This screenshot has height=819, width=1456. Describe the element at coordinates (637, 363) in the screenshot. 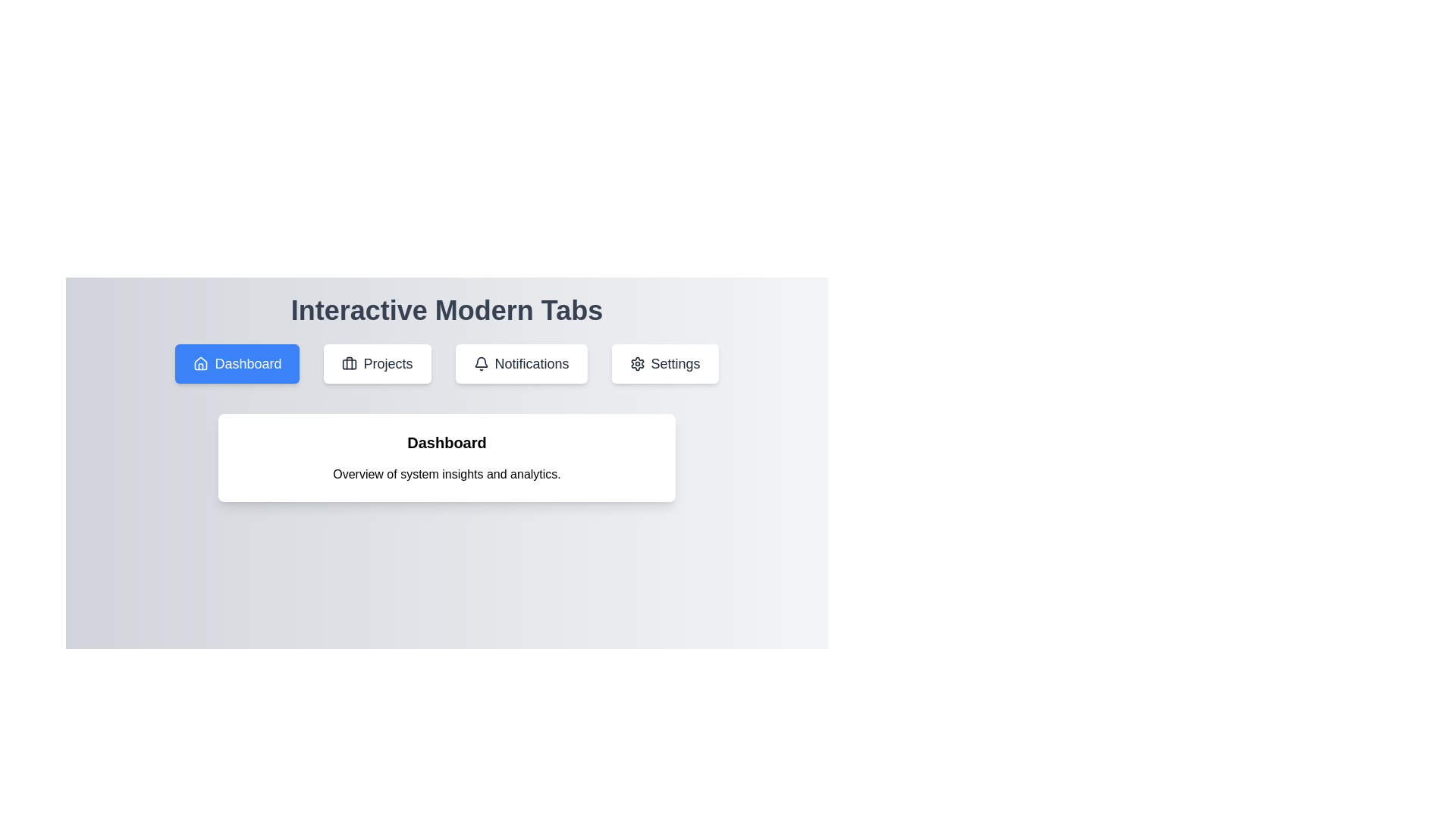

I see `the gear icon located in the rightmost section of the horizontal navigation bar, which represents settings or configurations` at that location.